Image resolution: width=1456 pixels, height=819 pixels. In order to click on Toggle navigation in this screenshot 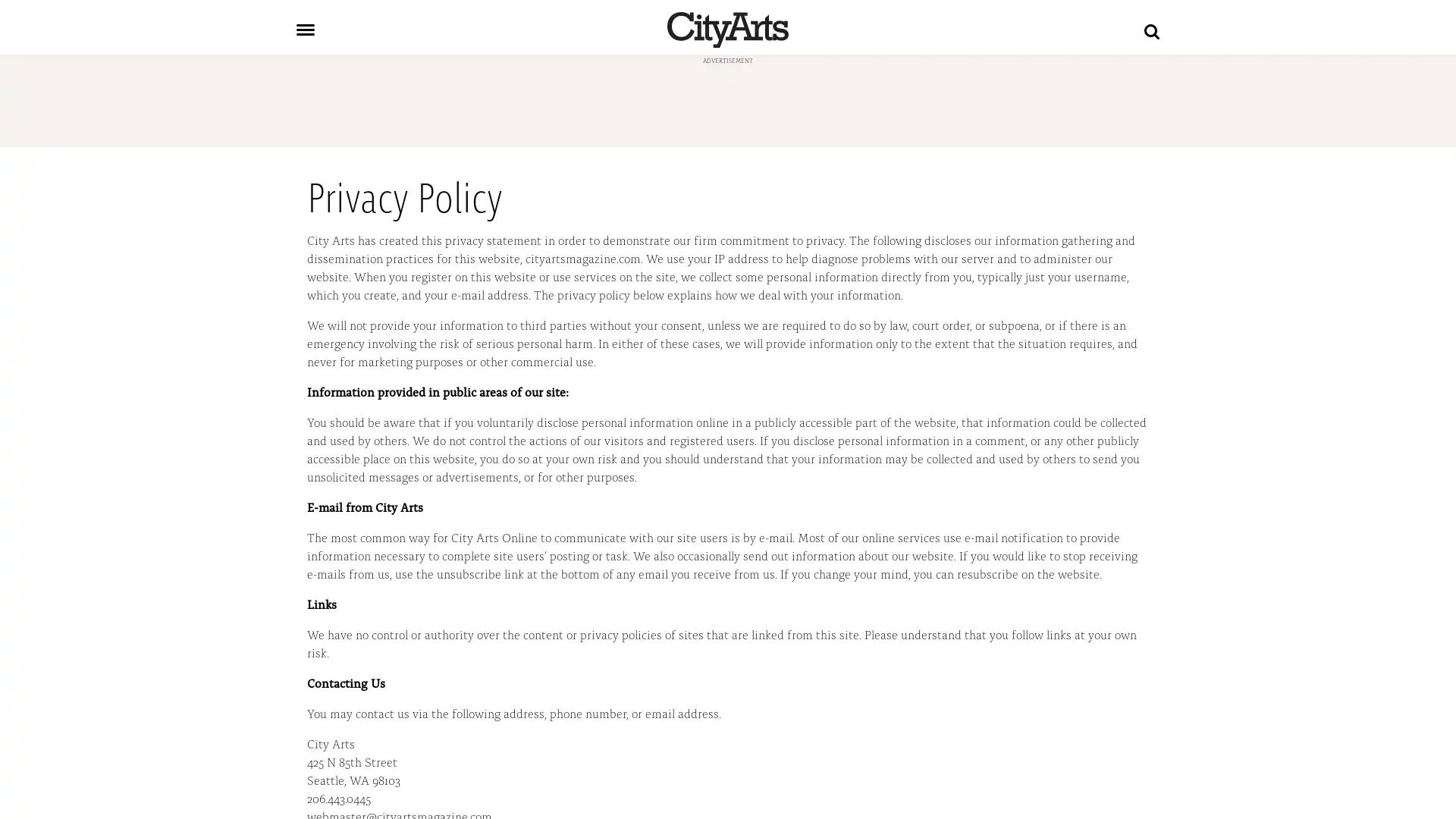, I will do `click(305, 30)`.